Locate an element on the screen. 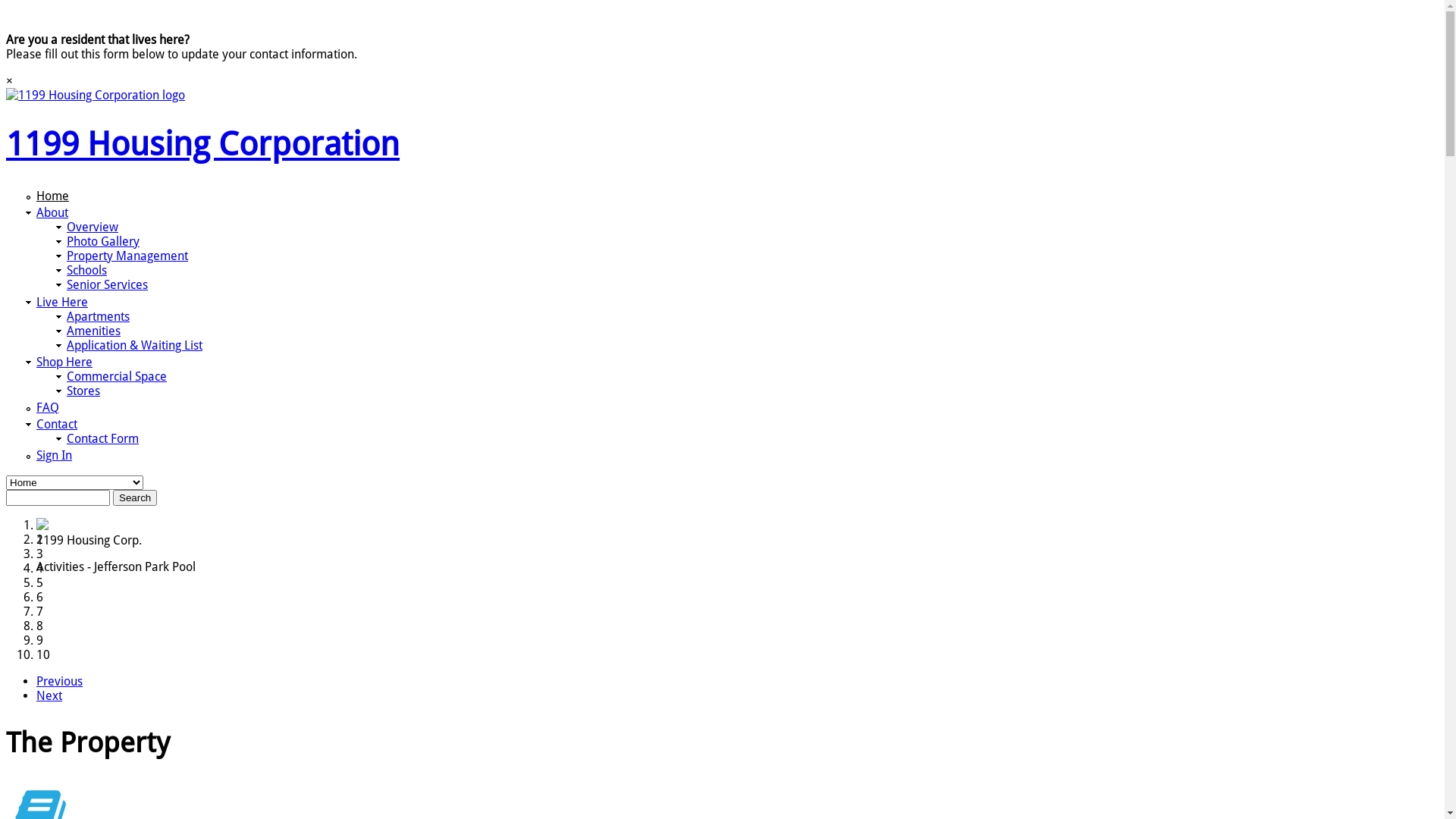 This screenshot has height=819, width=1456. 'Property Management' is located at coordinates (65, 255).